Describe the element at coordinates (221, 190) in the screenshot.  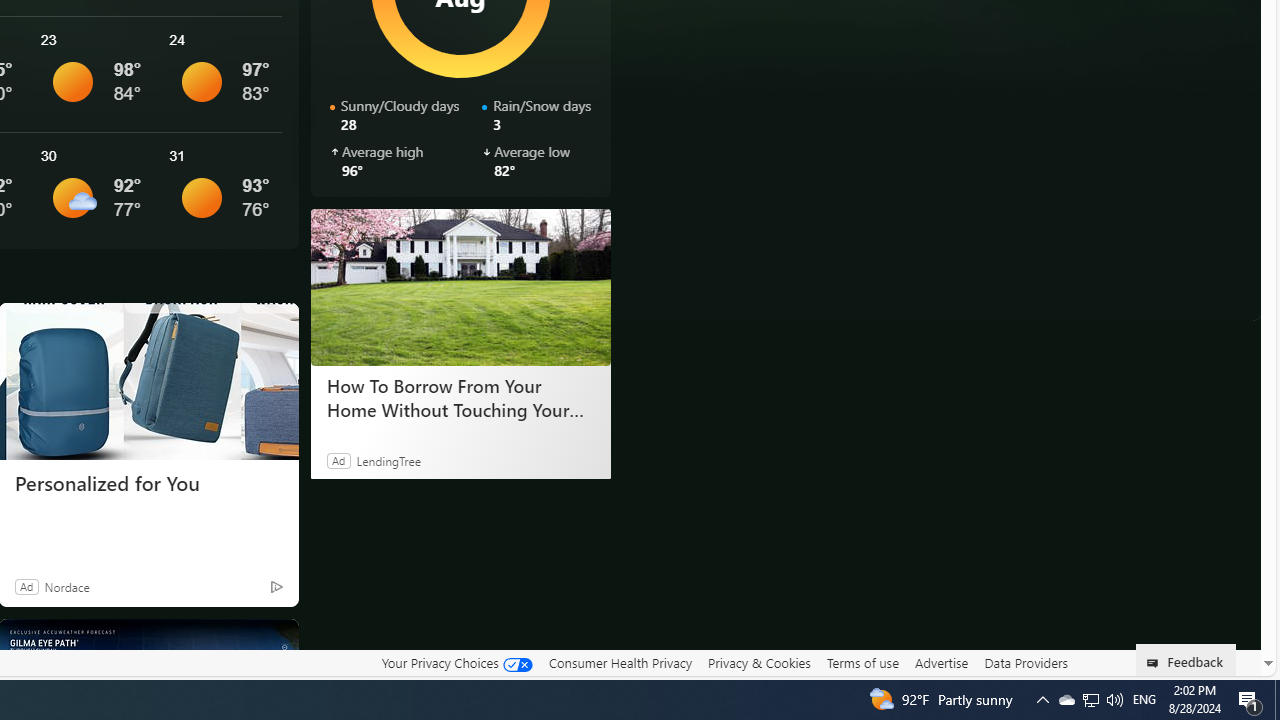
I see `'See More Details'` at that location.